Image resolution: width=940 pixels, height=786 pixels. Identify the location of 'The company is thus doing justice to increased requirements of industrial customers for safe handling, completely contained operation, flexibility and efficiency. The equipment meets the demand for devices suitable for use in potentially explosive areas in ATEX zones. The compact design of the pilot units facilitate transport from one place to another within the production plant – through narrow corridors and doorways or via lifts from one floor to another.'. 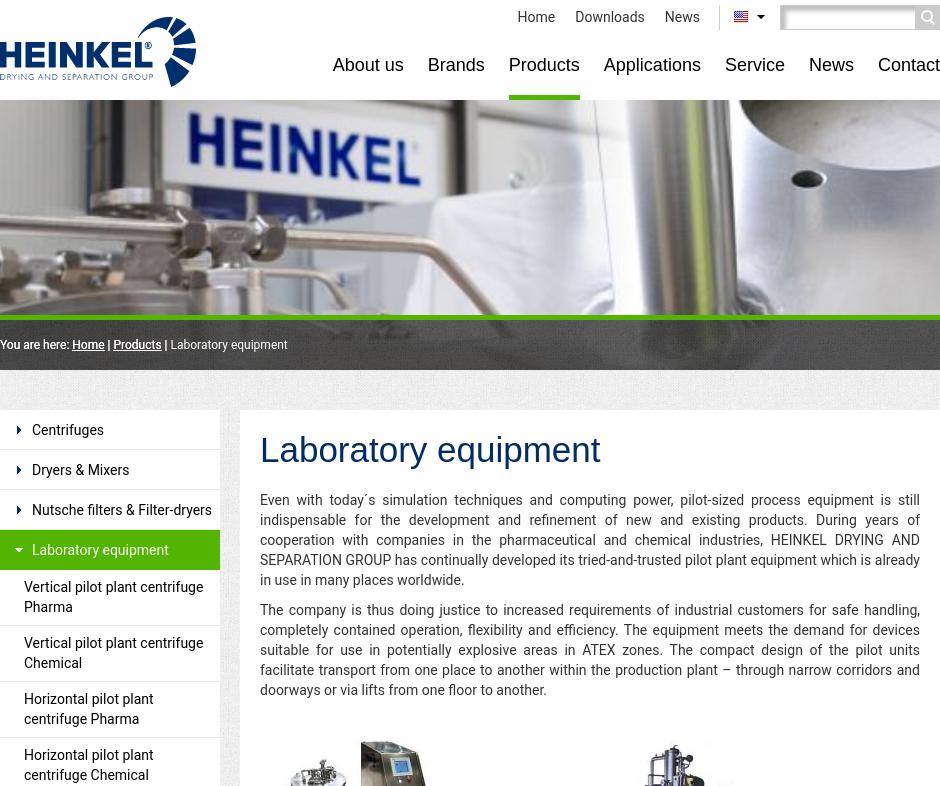
(589, 650).